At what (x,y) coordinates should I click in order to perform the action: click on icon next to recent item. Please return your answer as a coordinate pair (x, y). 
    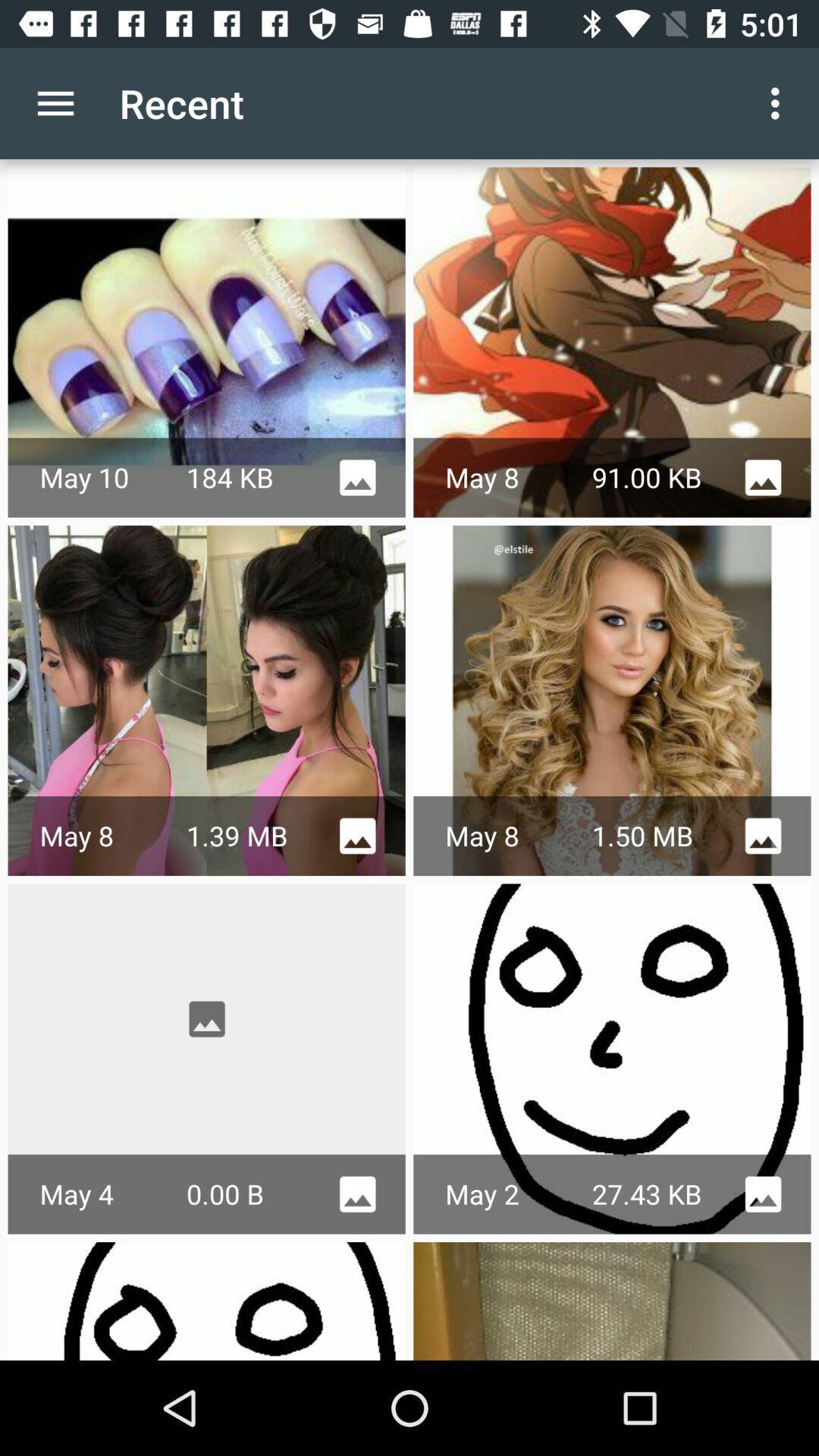
    Looking at the image, I should click on (779, 102).